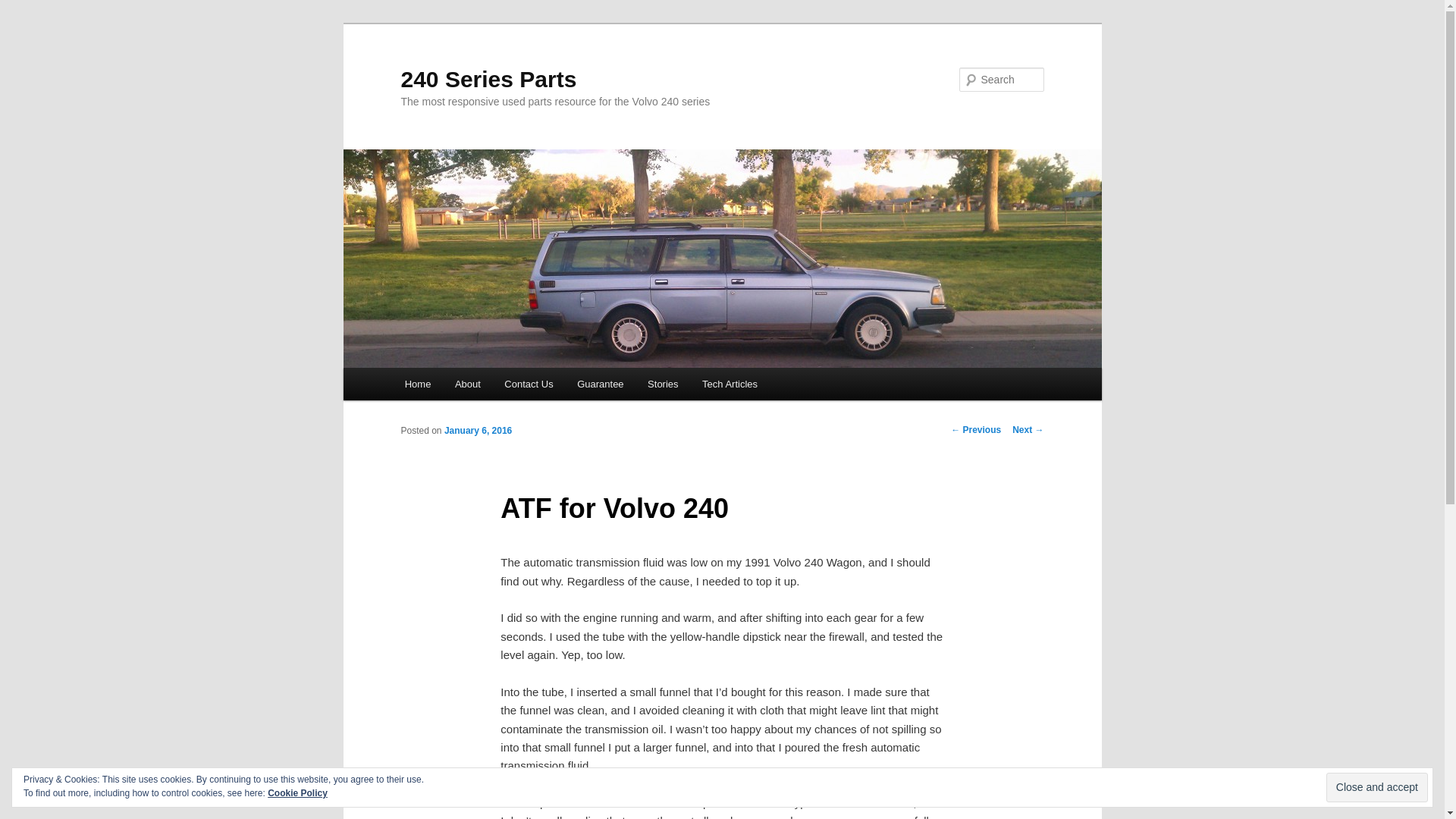  I want to click on 'Tech Articles', so click(729, 383).